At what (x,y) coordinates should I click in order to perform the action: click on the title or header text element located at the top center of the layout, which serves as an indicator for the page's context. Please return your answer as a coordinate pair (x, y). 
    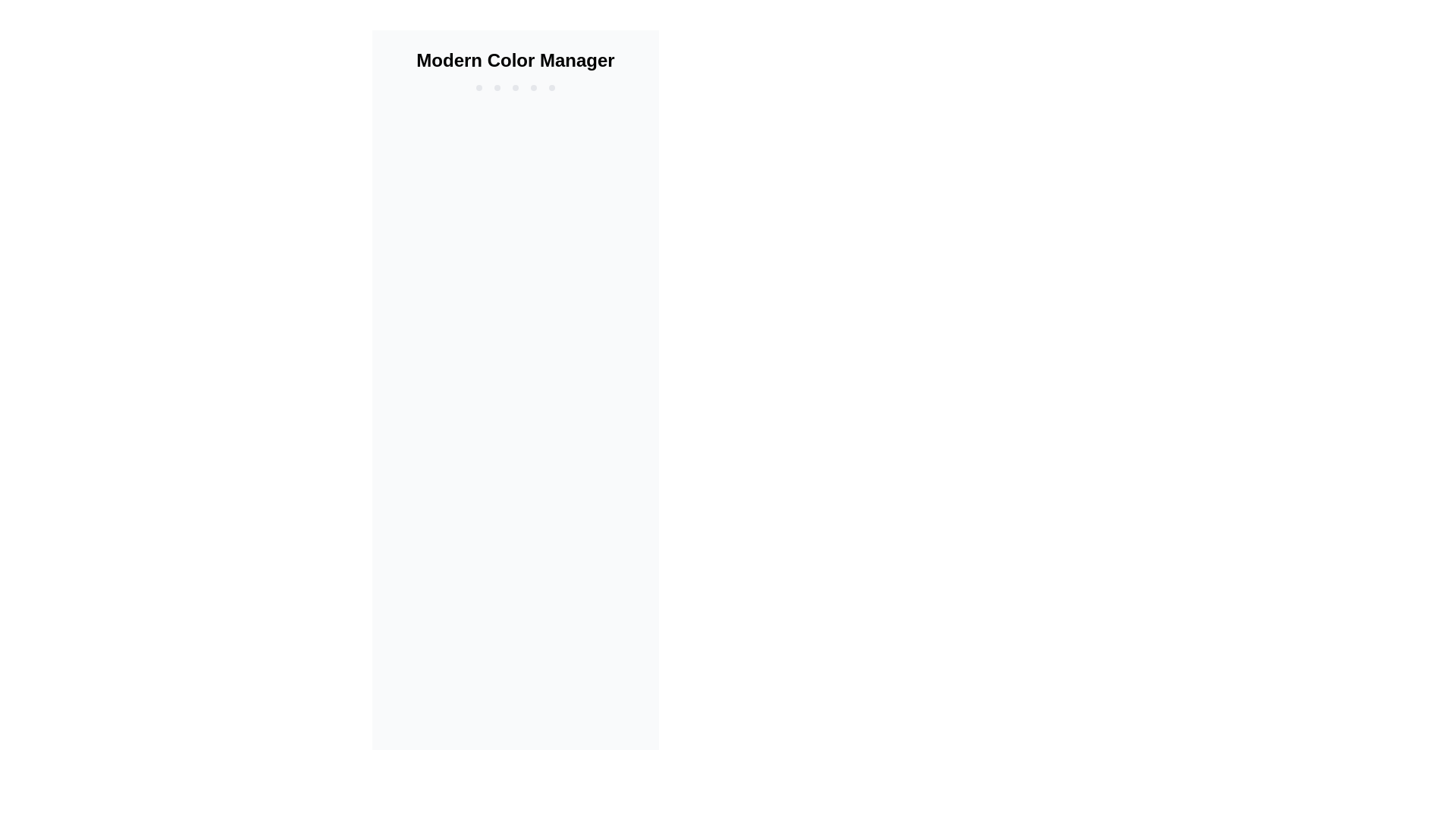
    Looking at the image, I should click on (516, 60).